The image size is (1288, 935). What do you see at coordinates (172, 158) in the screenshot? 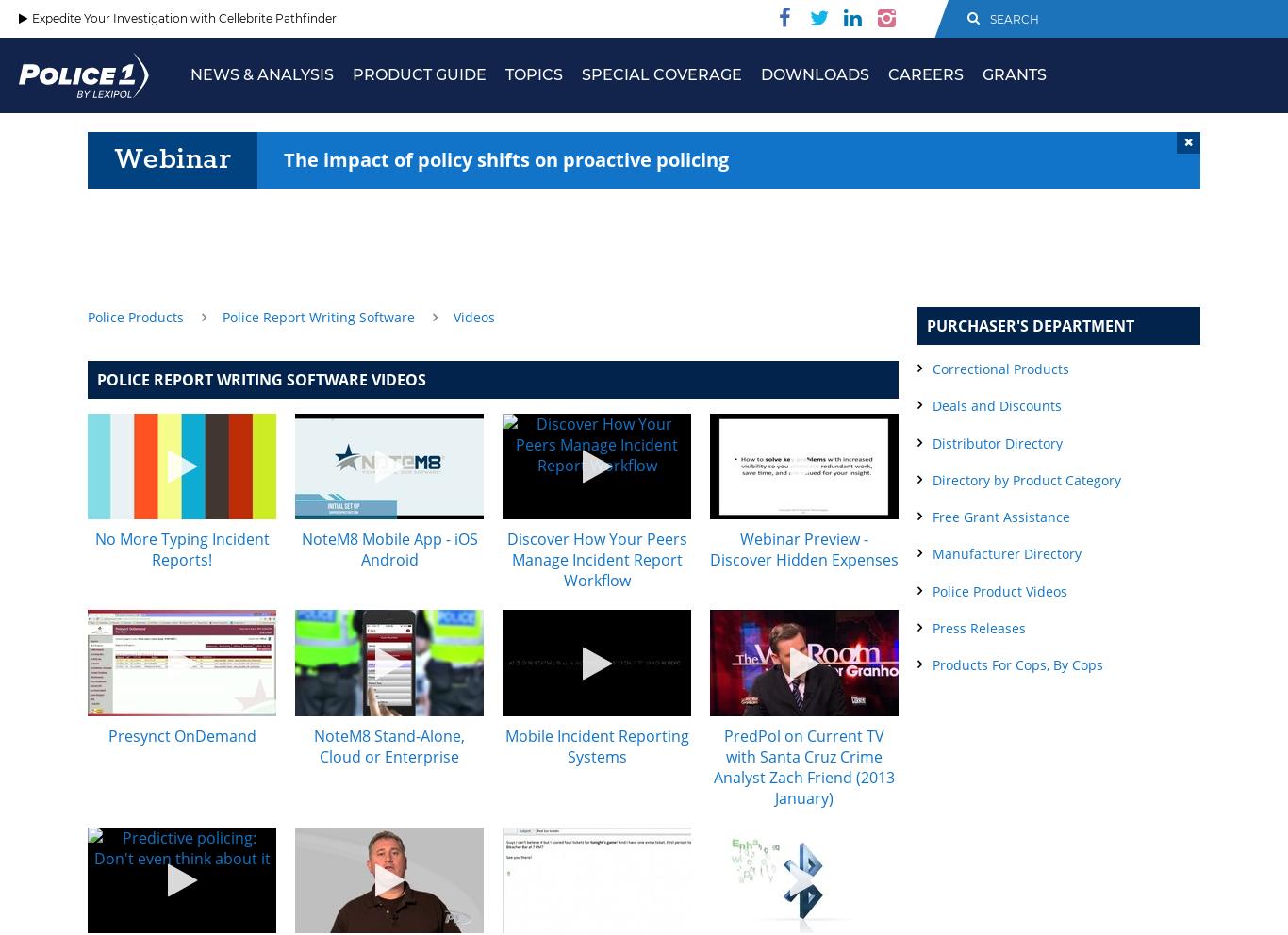
I see `'Webinar'` at bounding box center [172, 158].